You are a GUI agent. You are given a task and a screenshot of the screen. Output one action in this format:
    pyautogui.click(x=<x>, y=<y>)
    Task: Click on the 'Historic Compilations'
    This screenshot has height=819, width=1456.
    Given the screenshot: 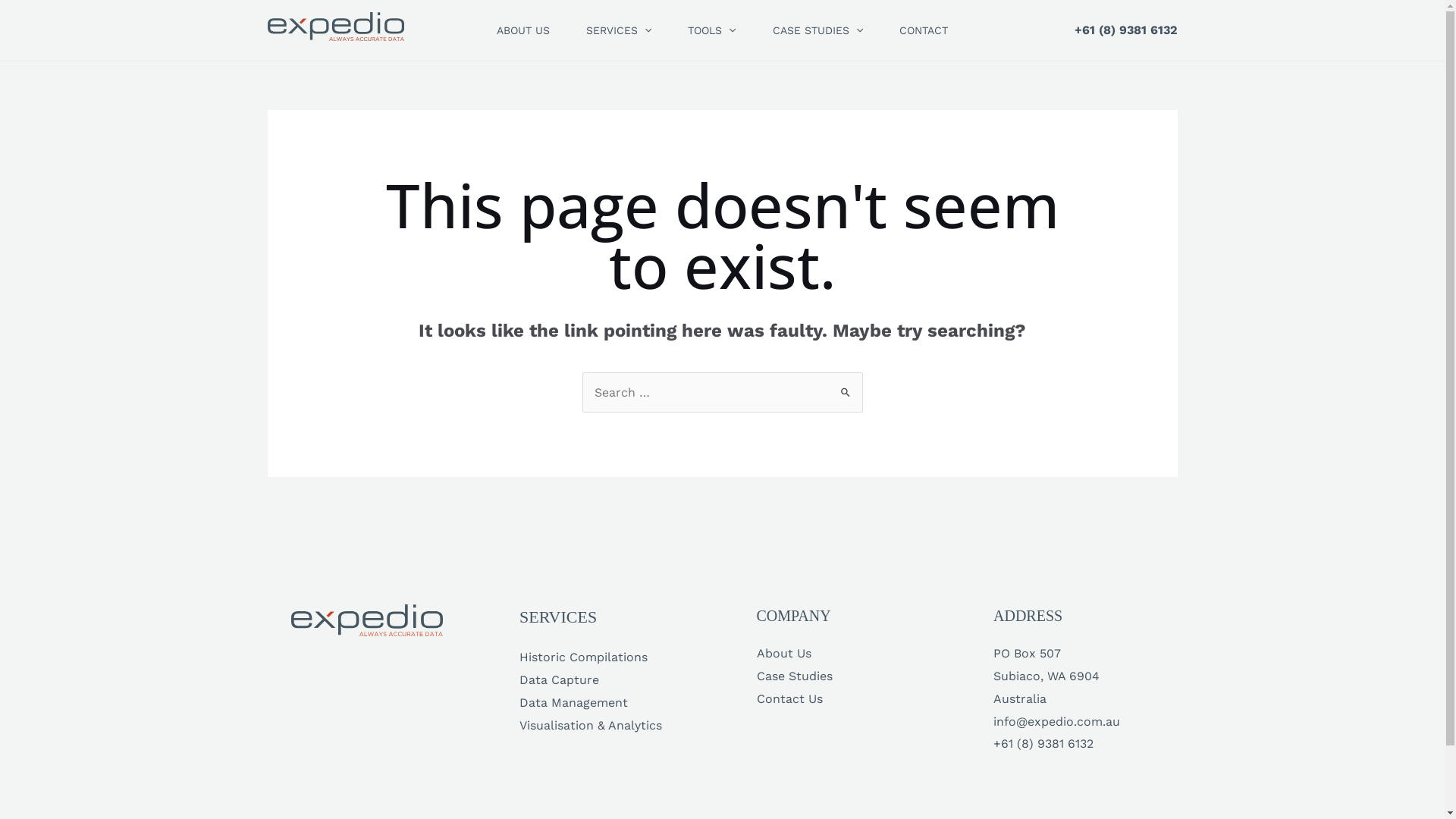 What is the action you would take?
    pyautogui.click(x=582, y=656)
    